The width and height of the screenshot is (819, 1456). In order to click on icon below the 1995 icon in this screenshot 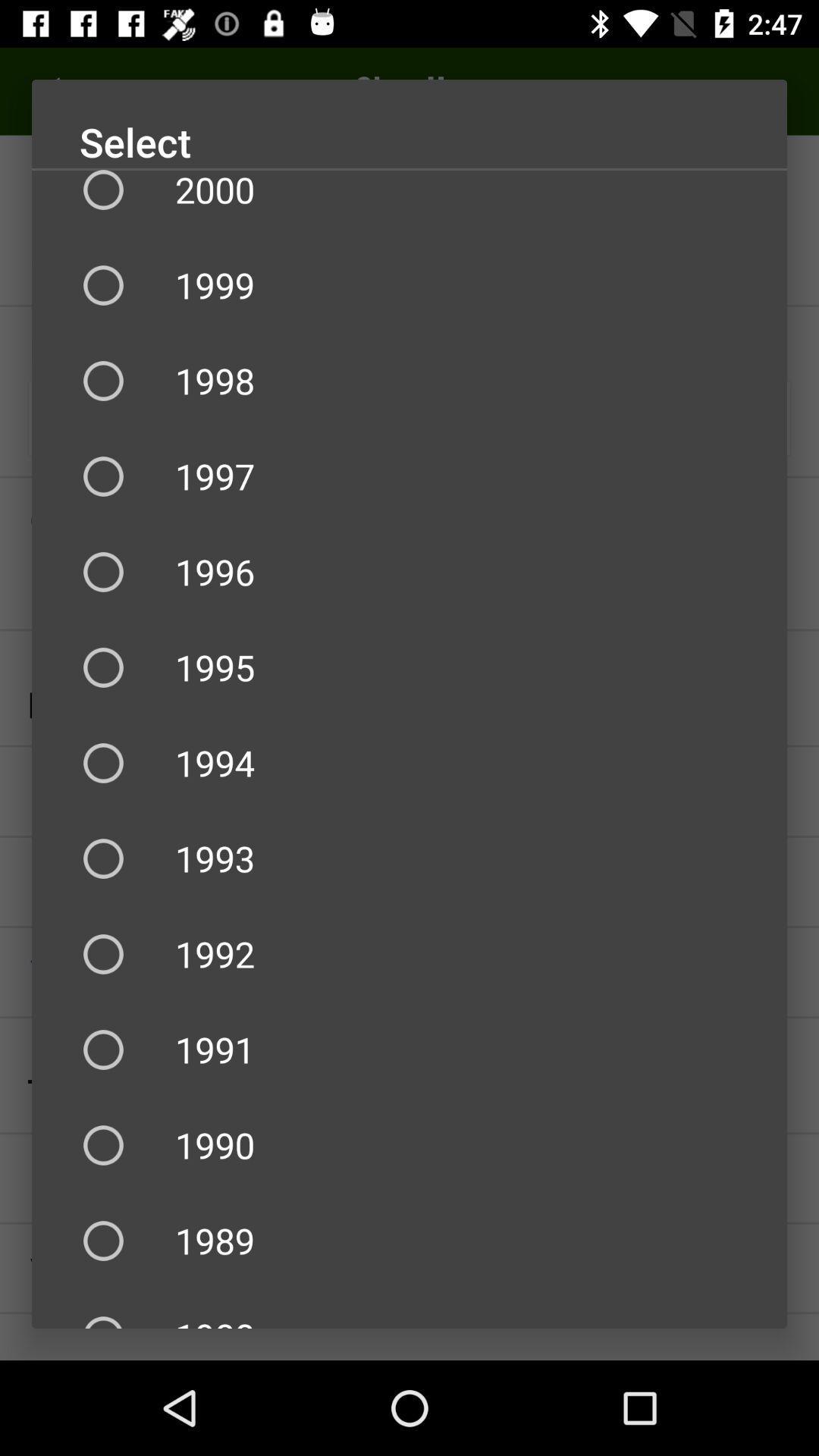, I will do `click(409, 763)`.